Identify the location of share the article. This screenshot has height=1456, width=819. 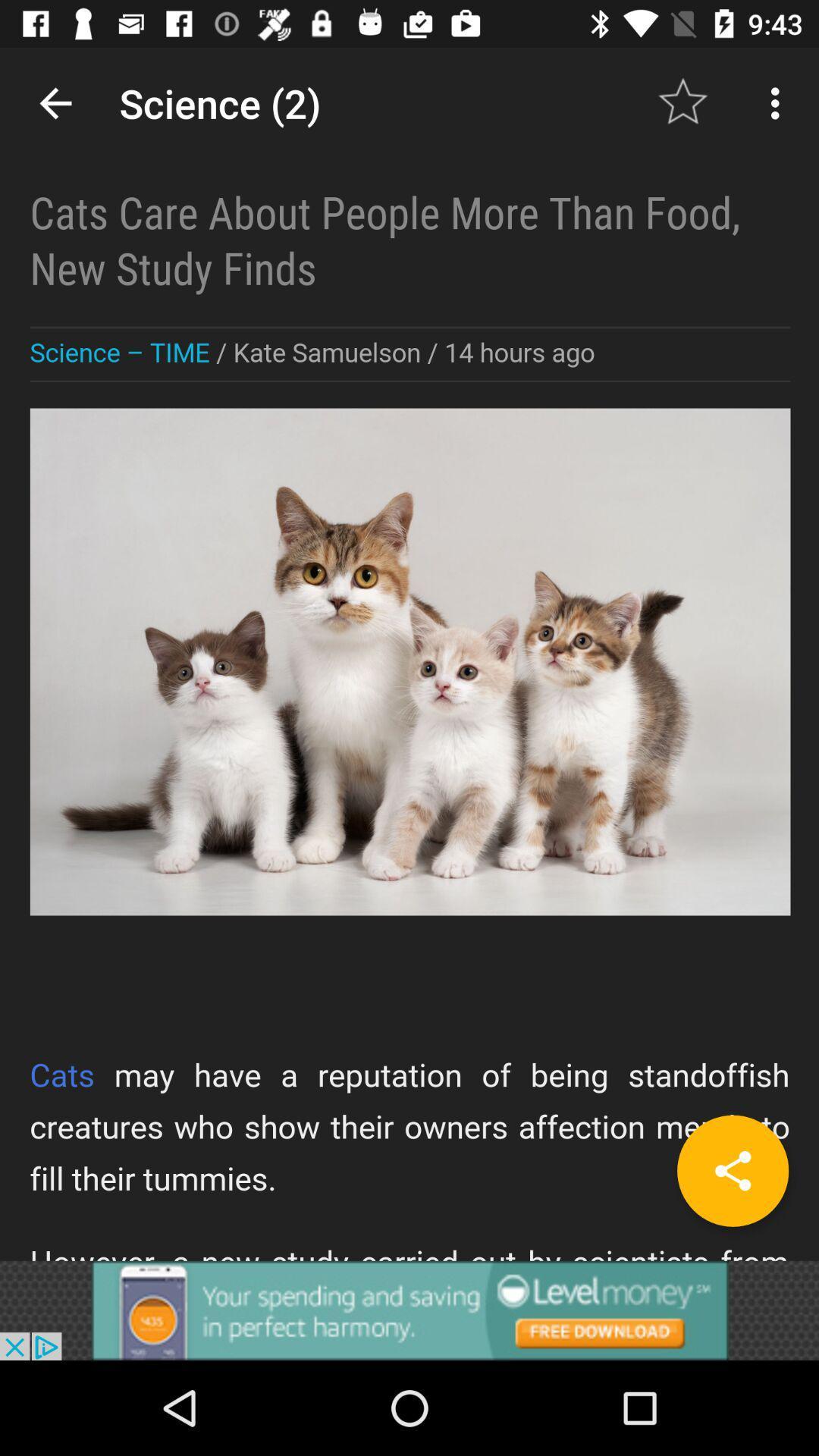
(732, 1170).